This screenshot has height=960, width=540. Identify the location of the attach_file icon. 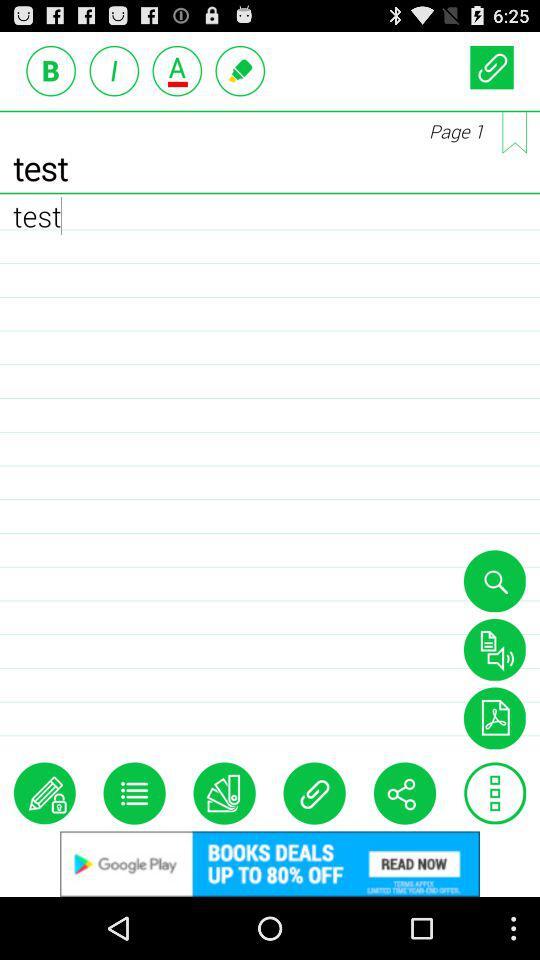
(490, 71).